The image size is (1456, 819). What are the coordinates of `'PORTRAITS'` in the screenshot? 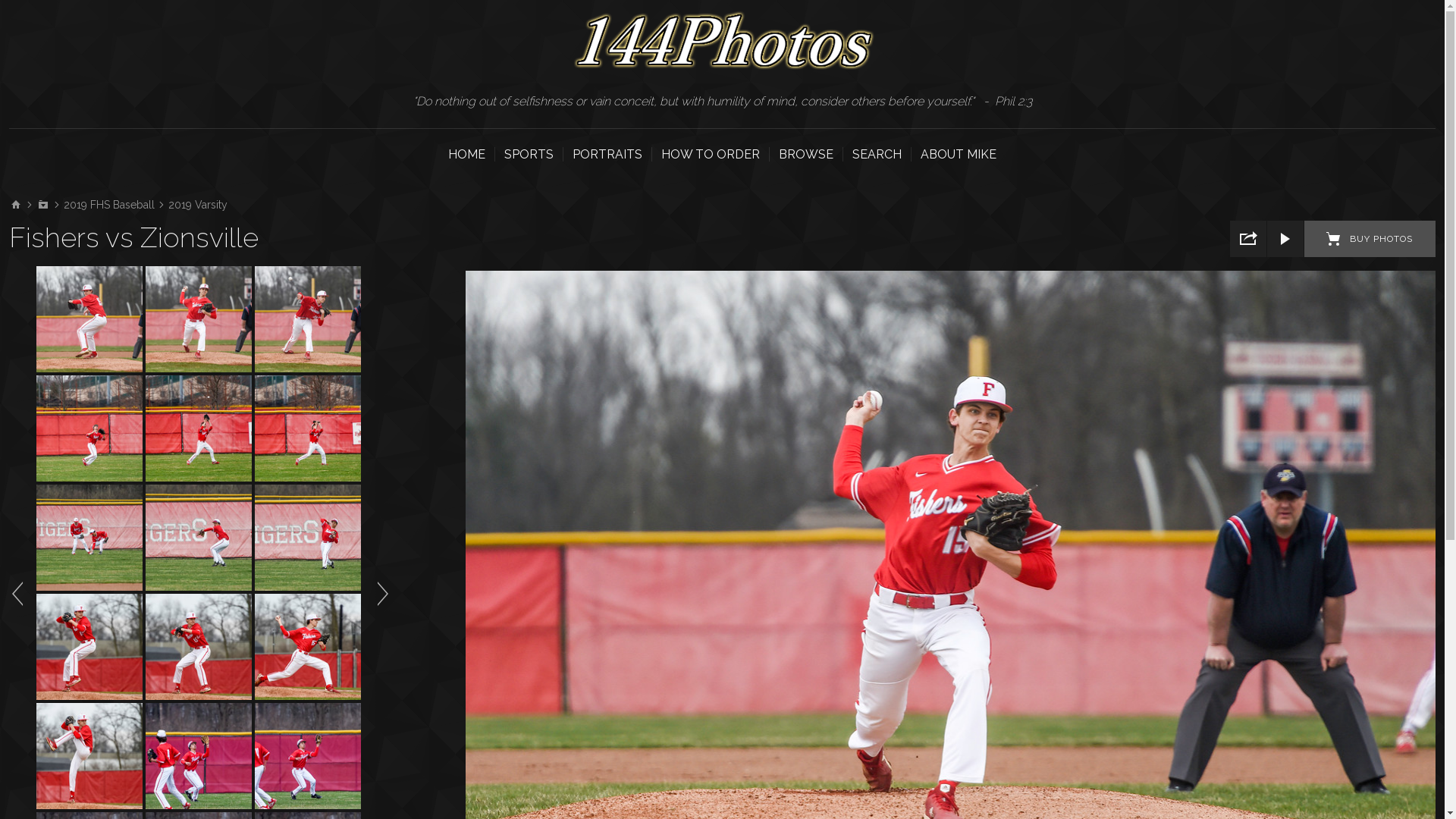 It's located at (607, 154).